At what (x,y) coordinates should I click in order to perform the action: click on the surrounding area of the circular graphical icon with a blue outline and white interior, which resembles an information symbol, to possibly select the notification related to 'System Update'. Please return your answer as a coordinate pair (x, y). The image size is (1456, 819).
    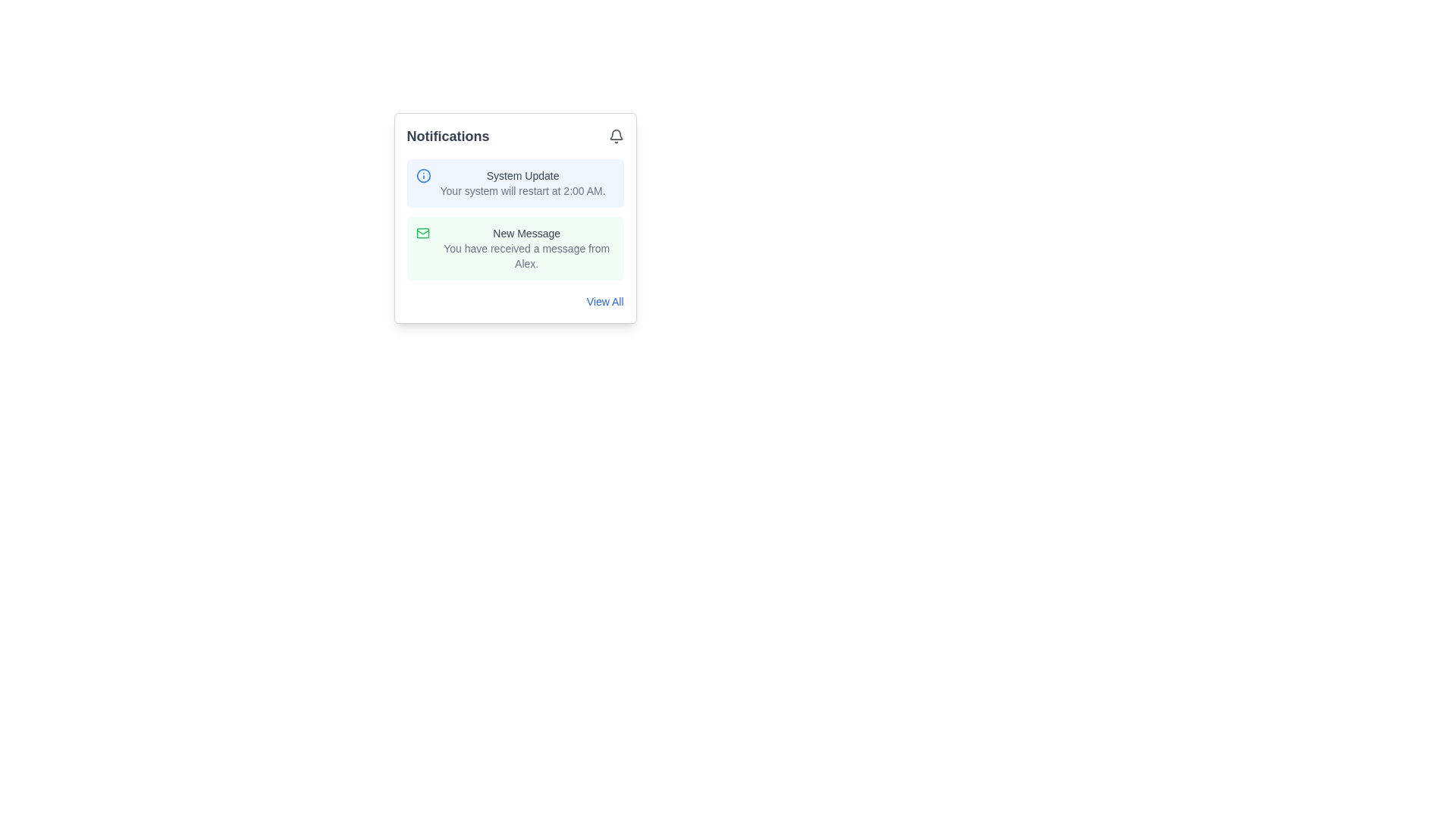
    Looking at the image, I should click on (423, 174).